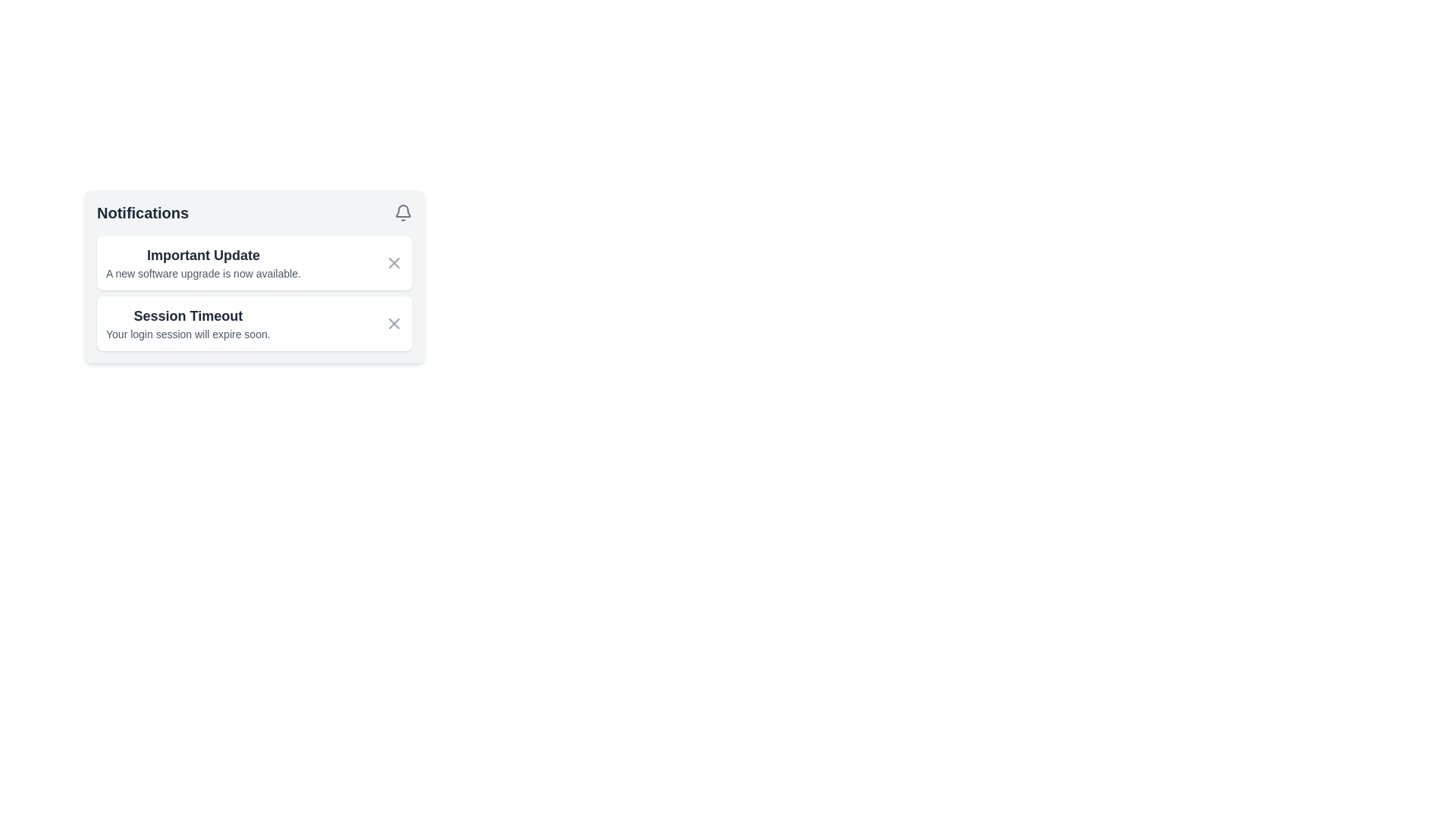 The height and width of the screenshot is (819, 1456). Describe the element at coordinates (394, 262) in the screenshot. I see `the close button located at the top-right corner of the 'Important Update' notification in the notifications card using keyboard navigation` at that location.